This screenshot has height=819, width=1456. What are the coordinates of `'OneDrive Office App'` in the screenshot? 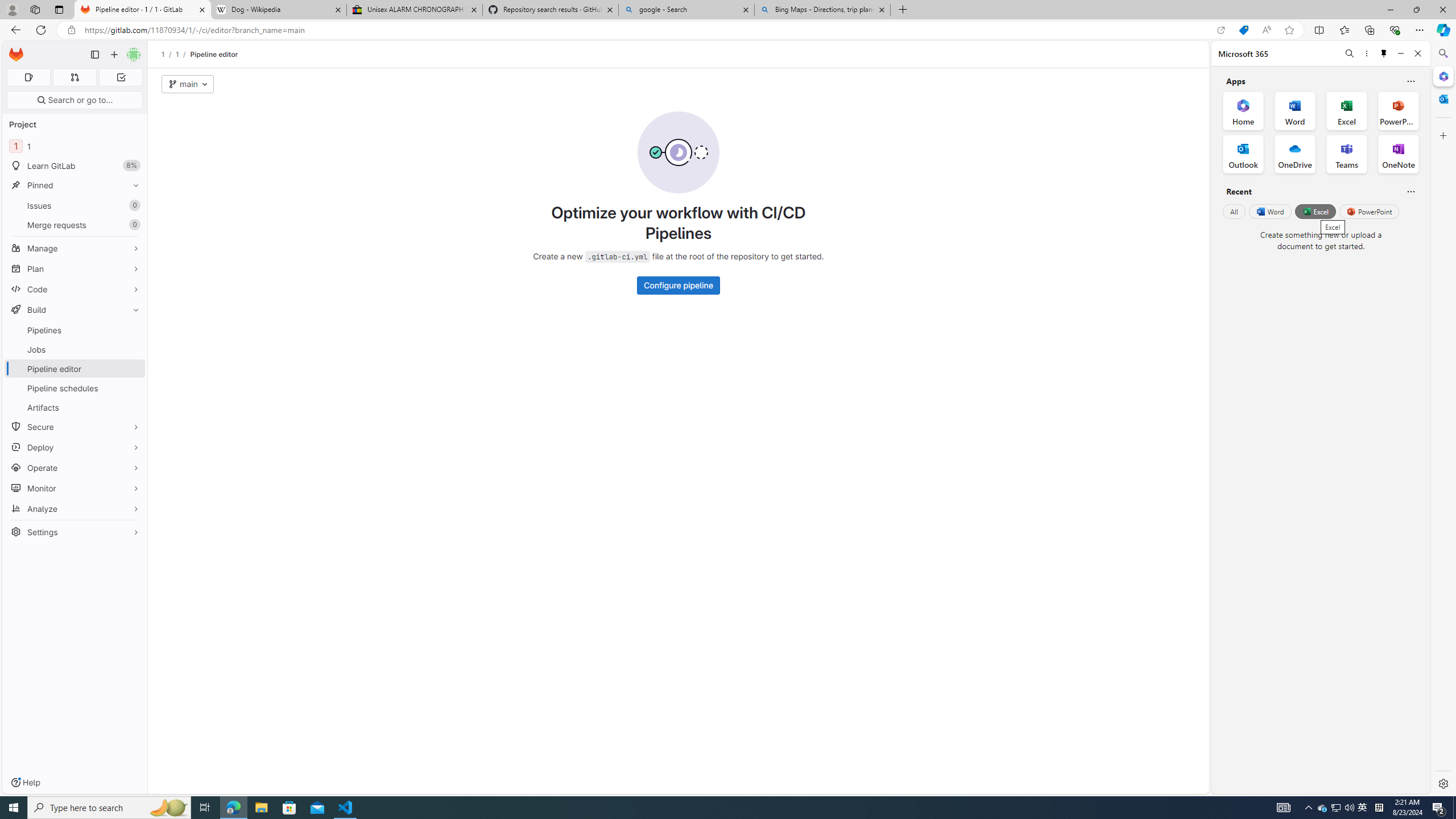 It's located at (1294, 154).